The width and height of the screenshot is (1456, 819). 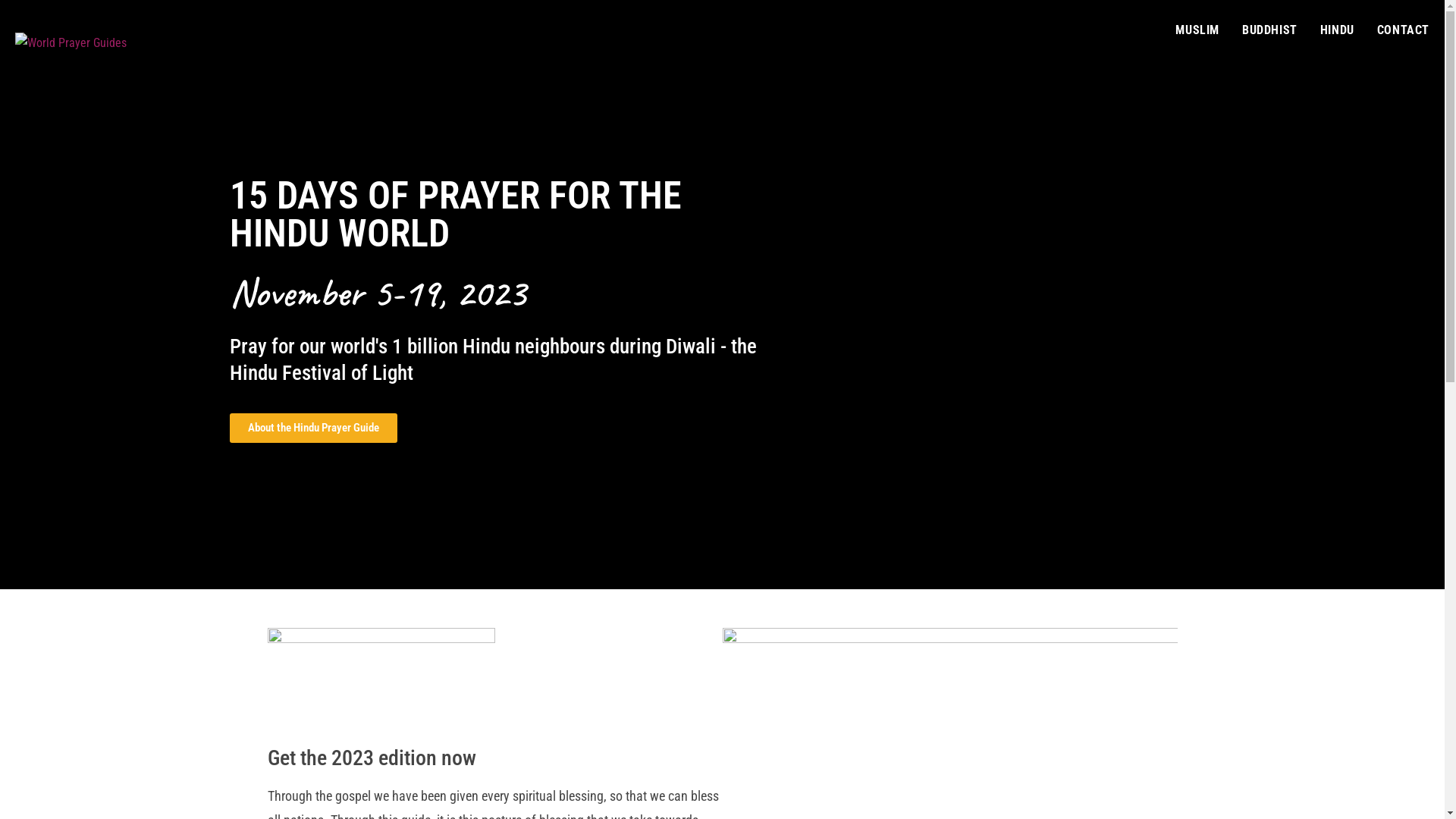 What do you see at coordinates (1269, 30) in the screenshot?
I see `'BUDDHIST'` at bounding box center [1269, 30].